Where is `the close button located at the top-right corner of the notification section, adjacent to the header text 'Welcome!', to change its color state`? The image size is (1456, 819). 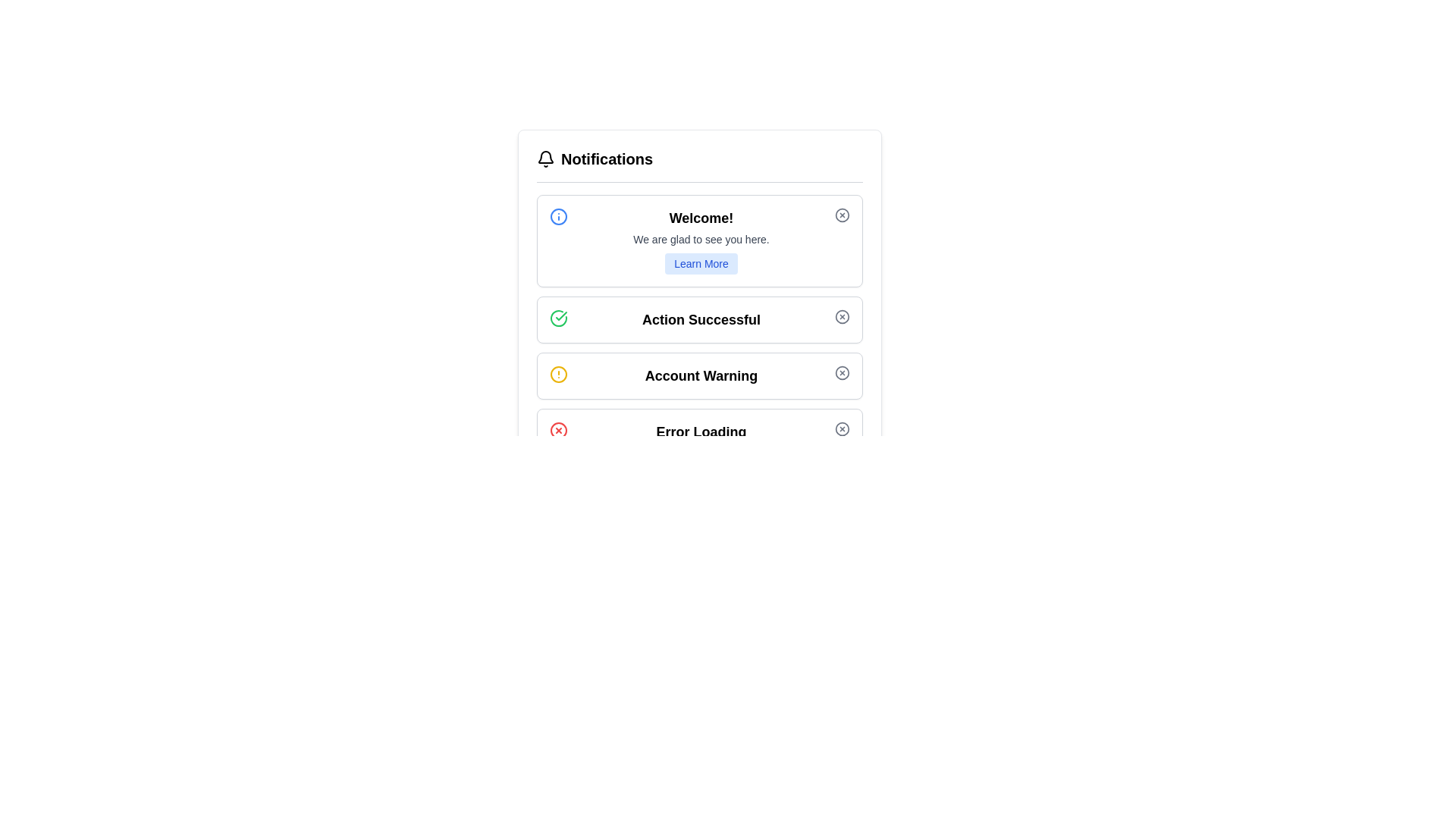 the close button located at the top-right corner of the notification section, adjacent to the header text 'Welcome!', to change its color state is located at coordinates (841, 215).